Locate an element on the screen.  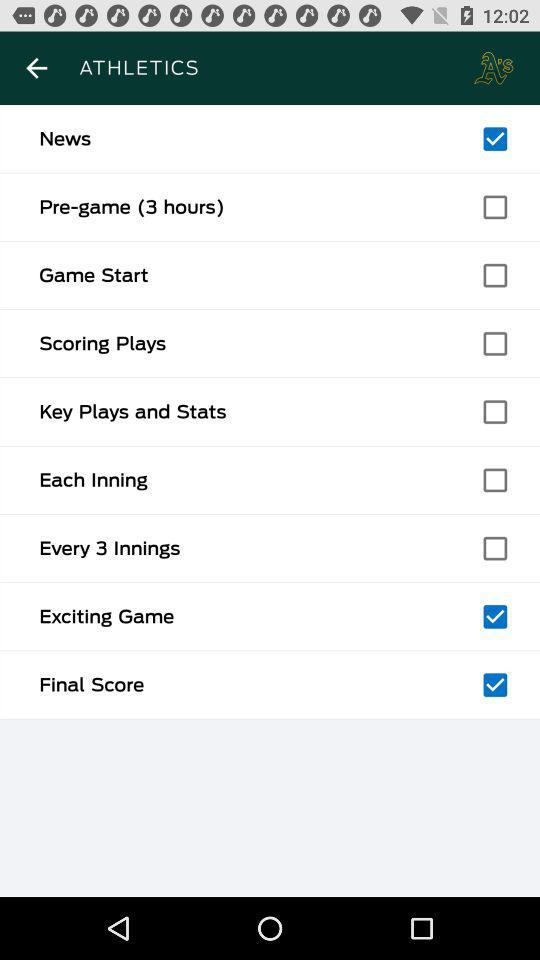
tick box is located at coordinates (494, 274).